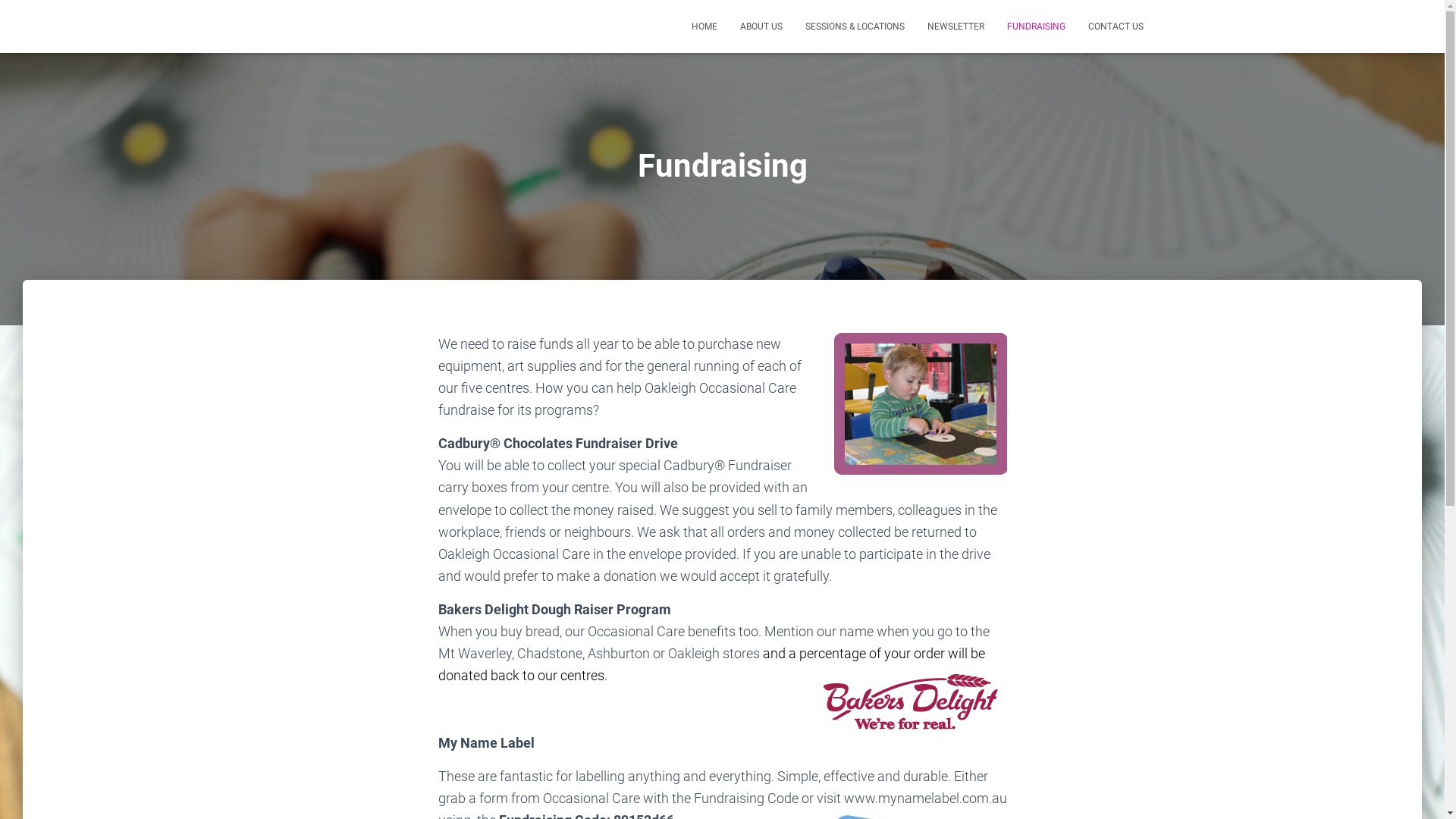  I want to click on 'FUNDRAISING', so click(994, 26).